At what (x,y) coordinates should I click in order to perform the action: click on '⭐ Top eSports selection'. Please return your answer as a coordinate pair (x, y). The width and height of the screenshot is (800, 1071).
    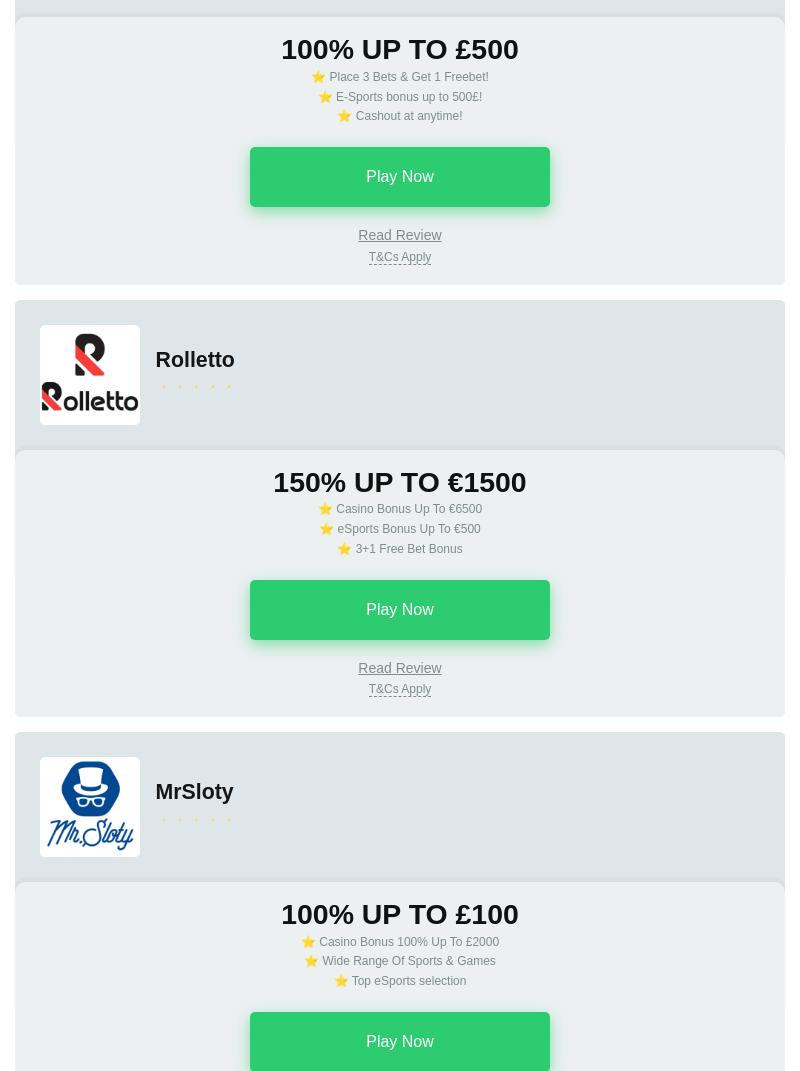
    Looking at the image, I should click on (398, 980).